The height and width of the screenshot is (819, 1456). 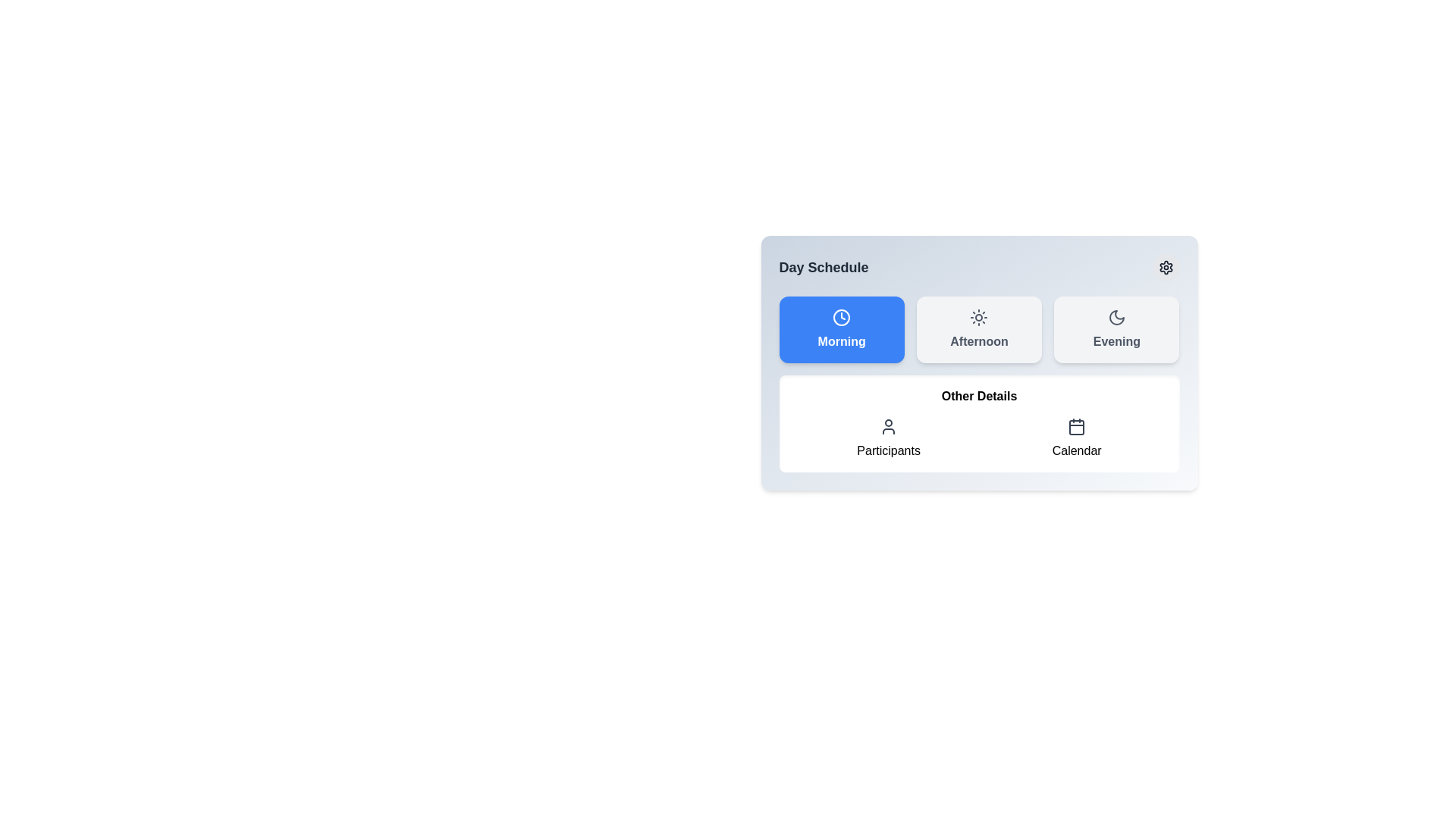 What do you see at coordinates (1165, 267) in the screenshot?
I see `the decorative settings icon located in the top-right corner of the main content section, which visually represents a settings action` at bounding box center [1165, 267].